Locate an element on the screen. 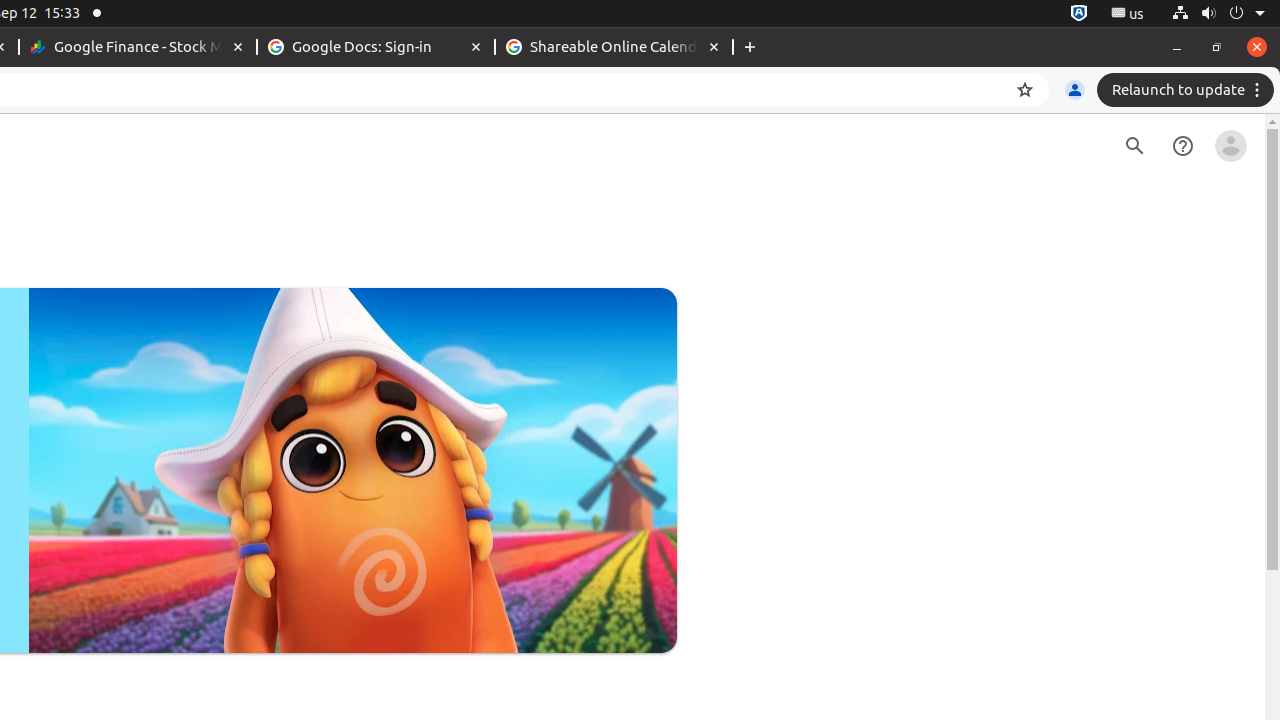  'Shareable Online Calendar and Scheduling - Google Calendar - Memory usage - 88.5 MB' is located at coordinates (613, 46).